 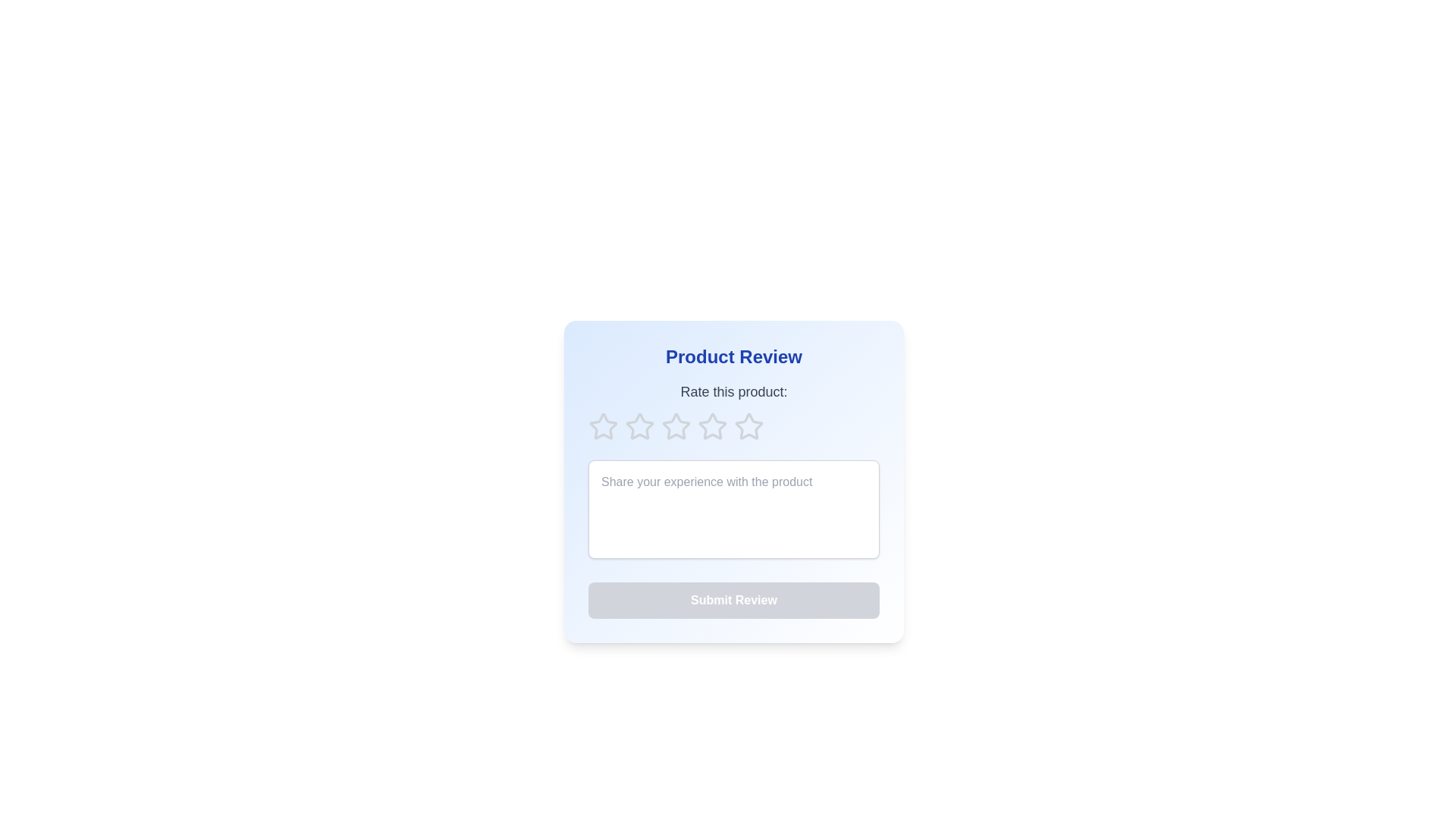 I want to click on the star icon in the star-based rating system located beneath the text 'Rate this product:', so click(x=734, y=427).